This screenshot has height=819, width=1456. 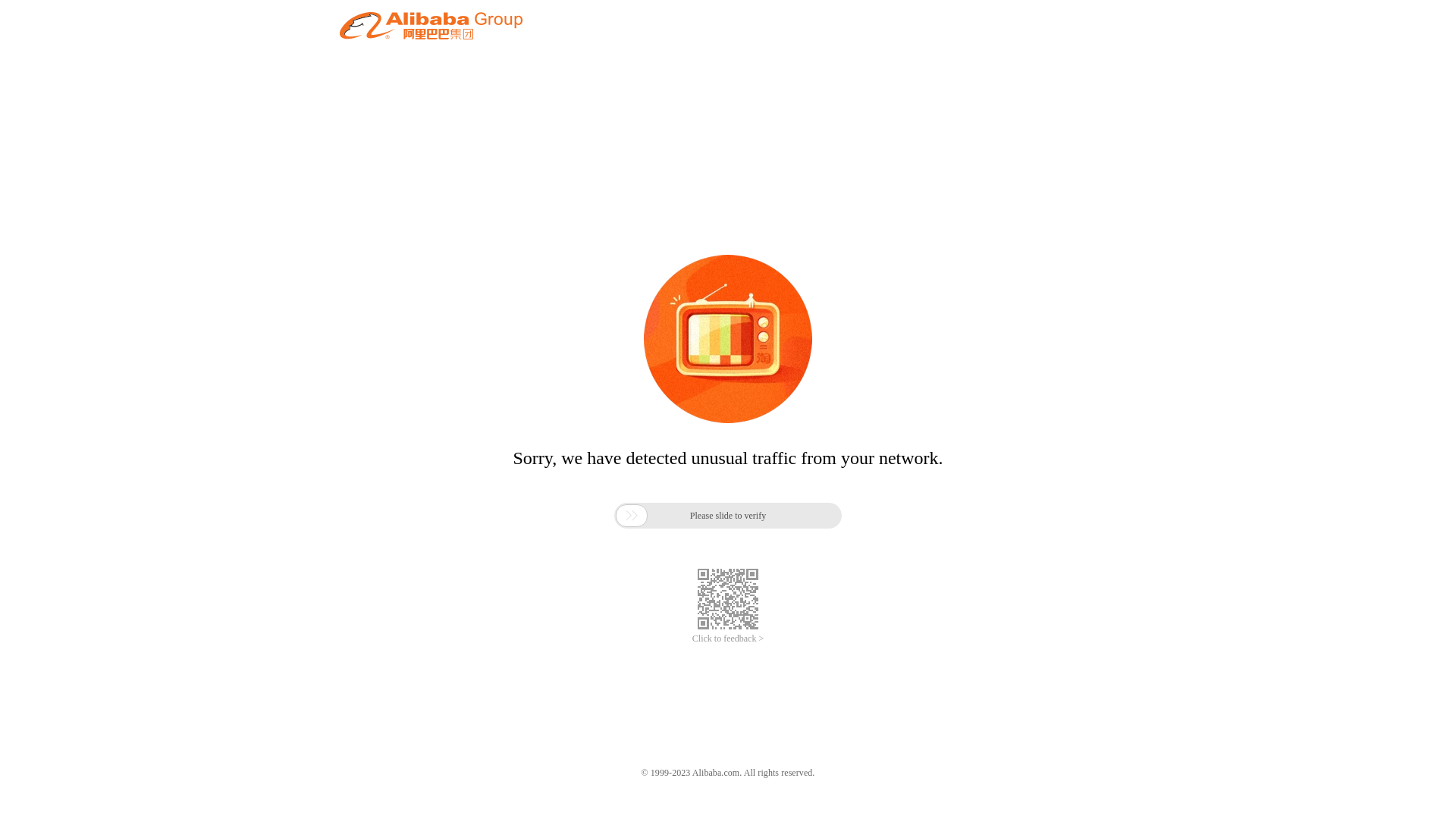 What do you see at coordinates (728, 639) in the screenshot?
I see `'Click to feedback >'` at bounding box center [728, 639].